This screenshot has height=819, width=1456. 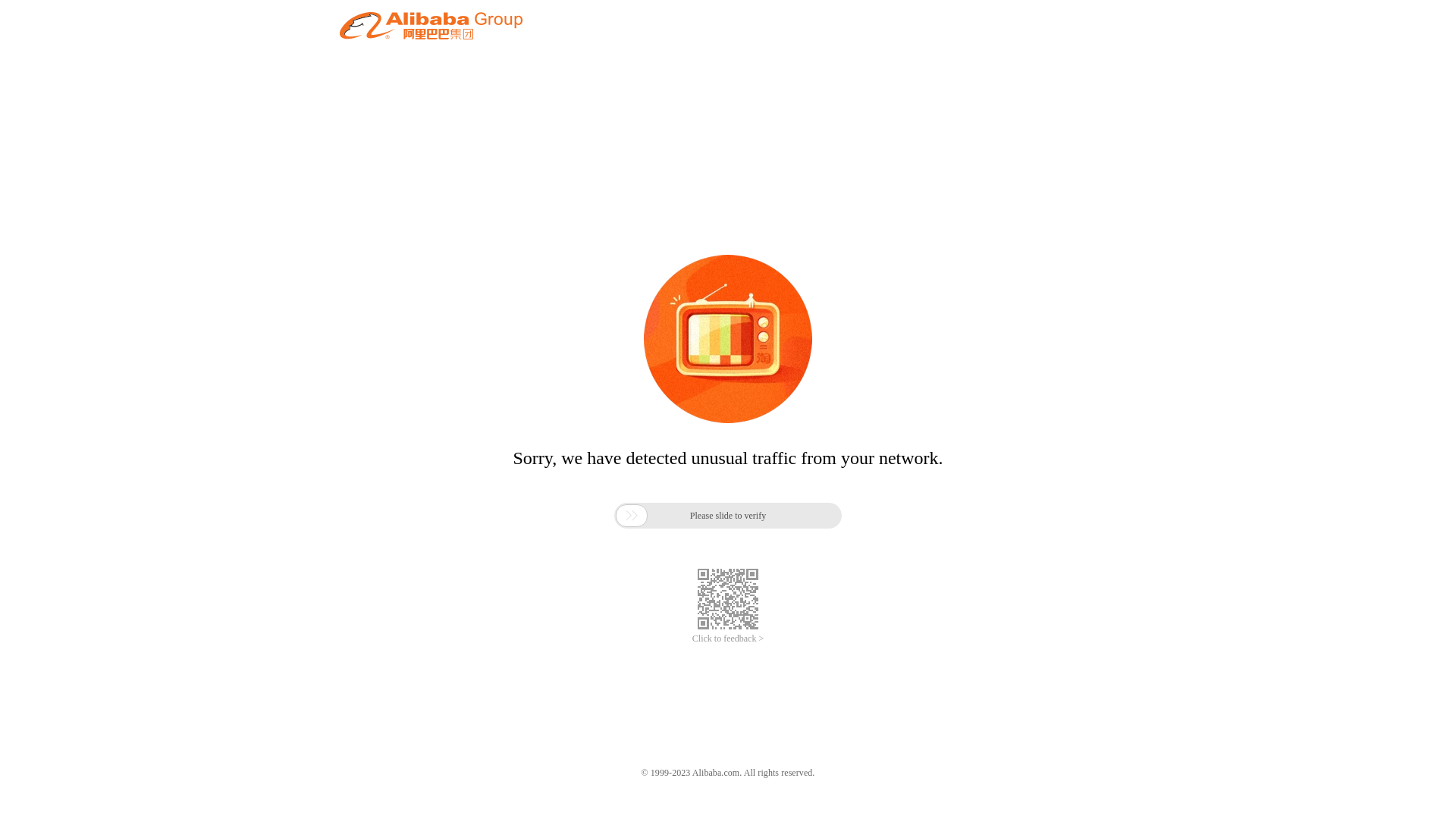 What do you see at coordinates (728, 639) in the screenshot?
I see `'Click to feedback >'` at bounding box center [728, 639].